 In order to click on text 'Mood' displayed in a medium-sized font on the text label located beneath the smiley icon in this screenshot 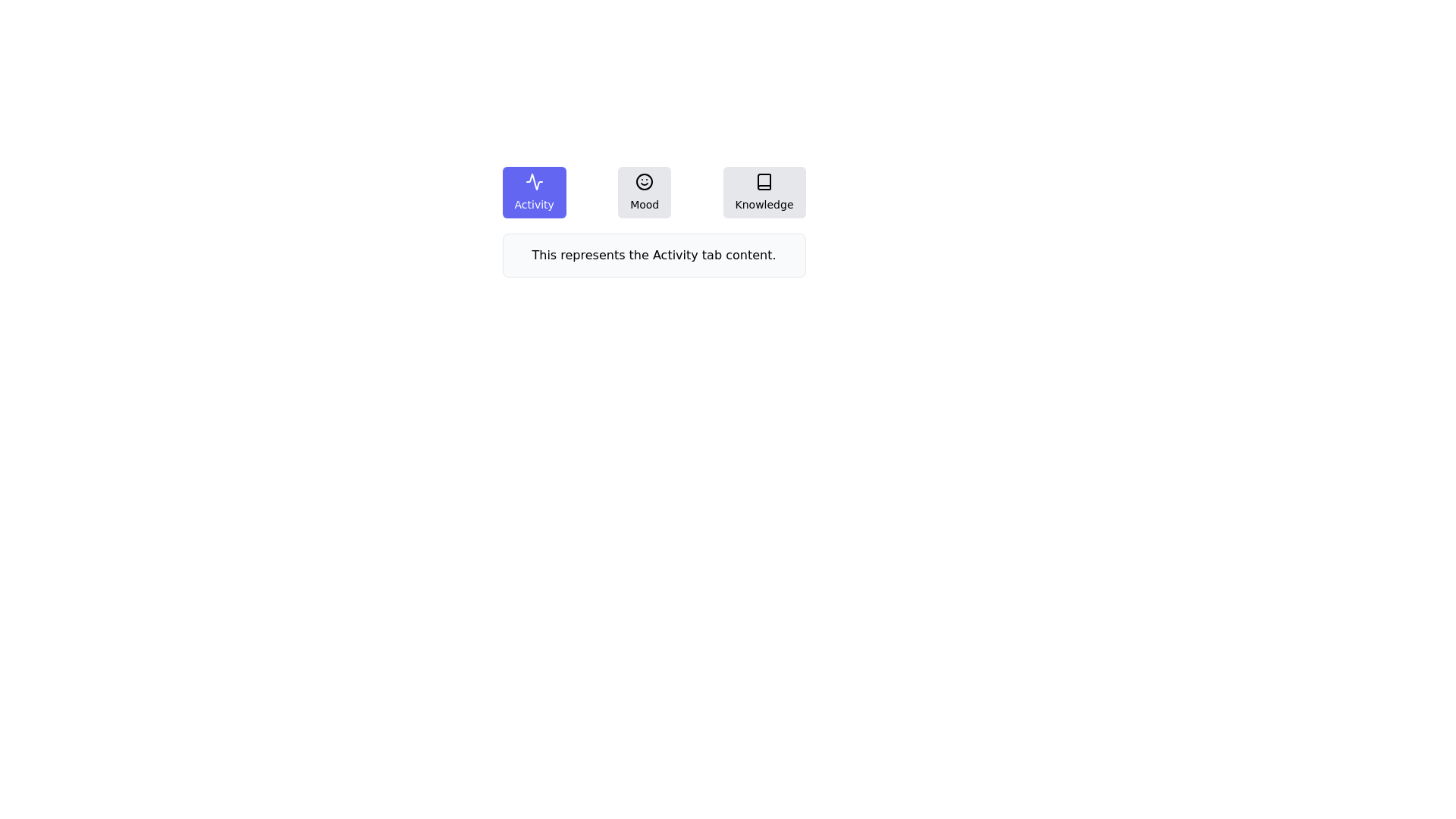, I will do `click(645, 205)`.